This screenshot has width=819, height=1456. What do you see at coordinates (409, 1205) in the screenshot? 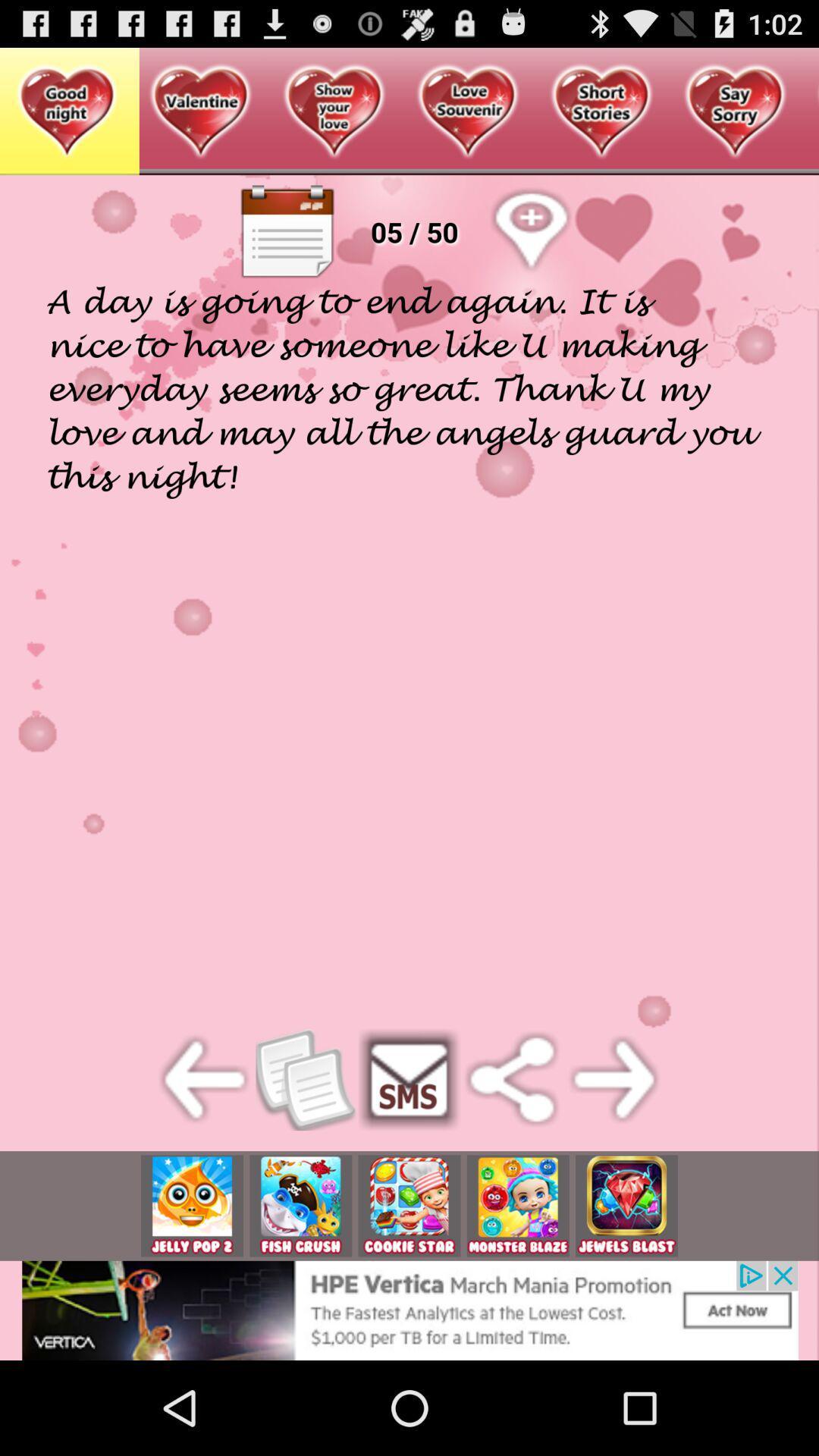
I see `advertisement banner` at bounding box center [409, 1205].